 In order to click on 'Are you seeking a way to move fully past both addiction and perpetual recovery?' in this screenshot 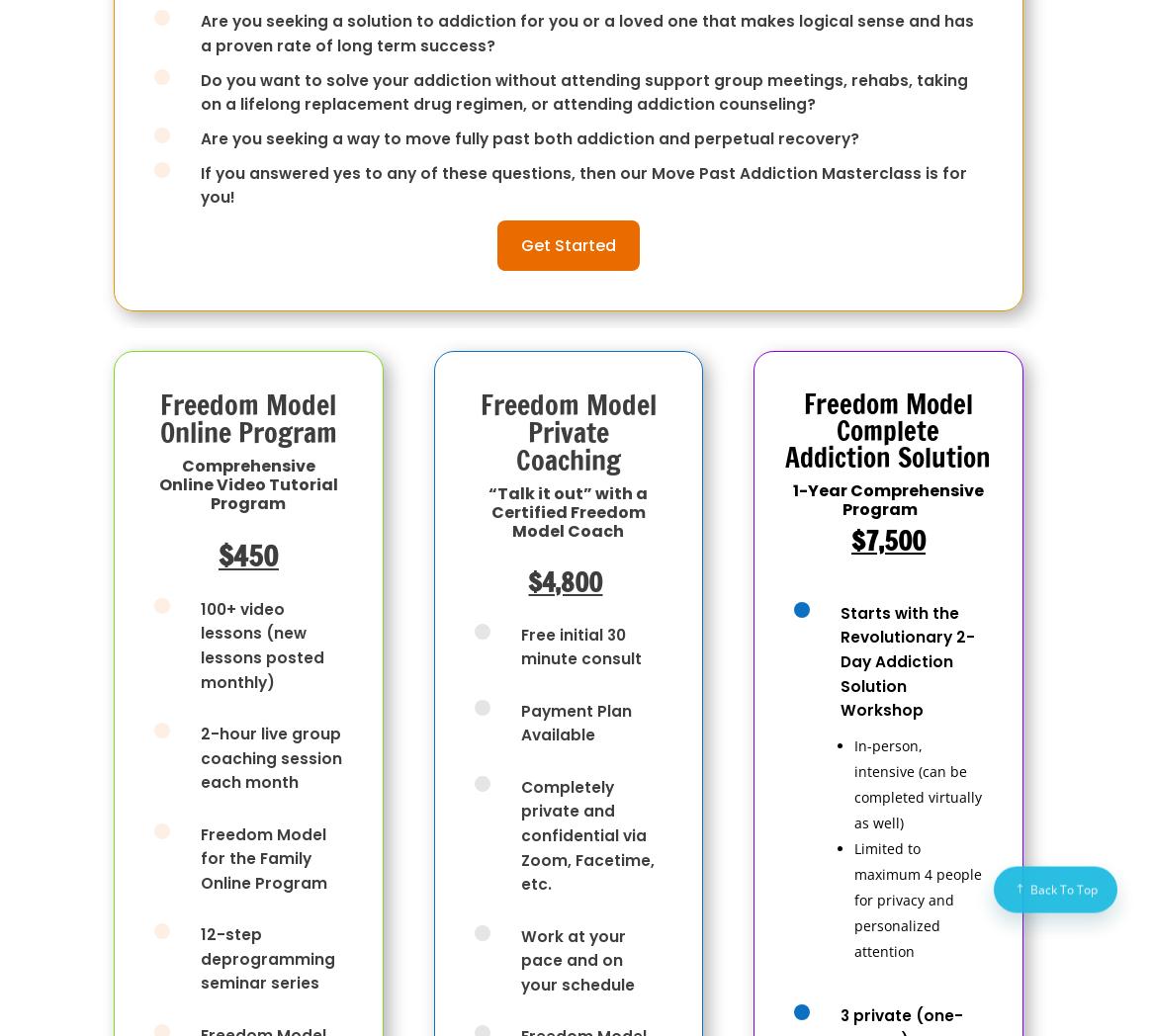, I will do `click(529, 137)`.